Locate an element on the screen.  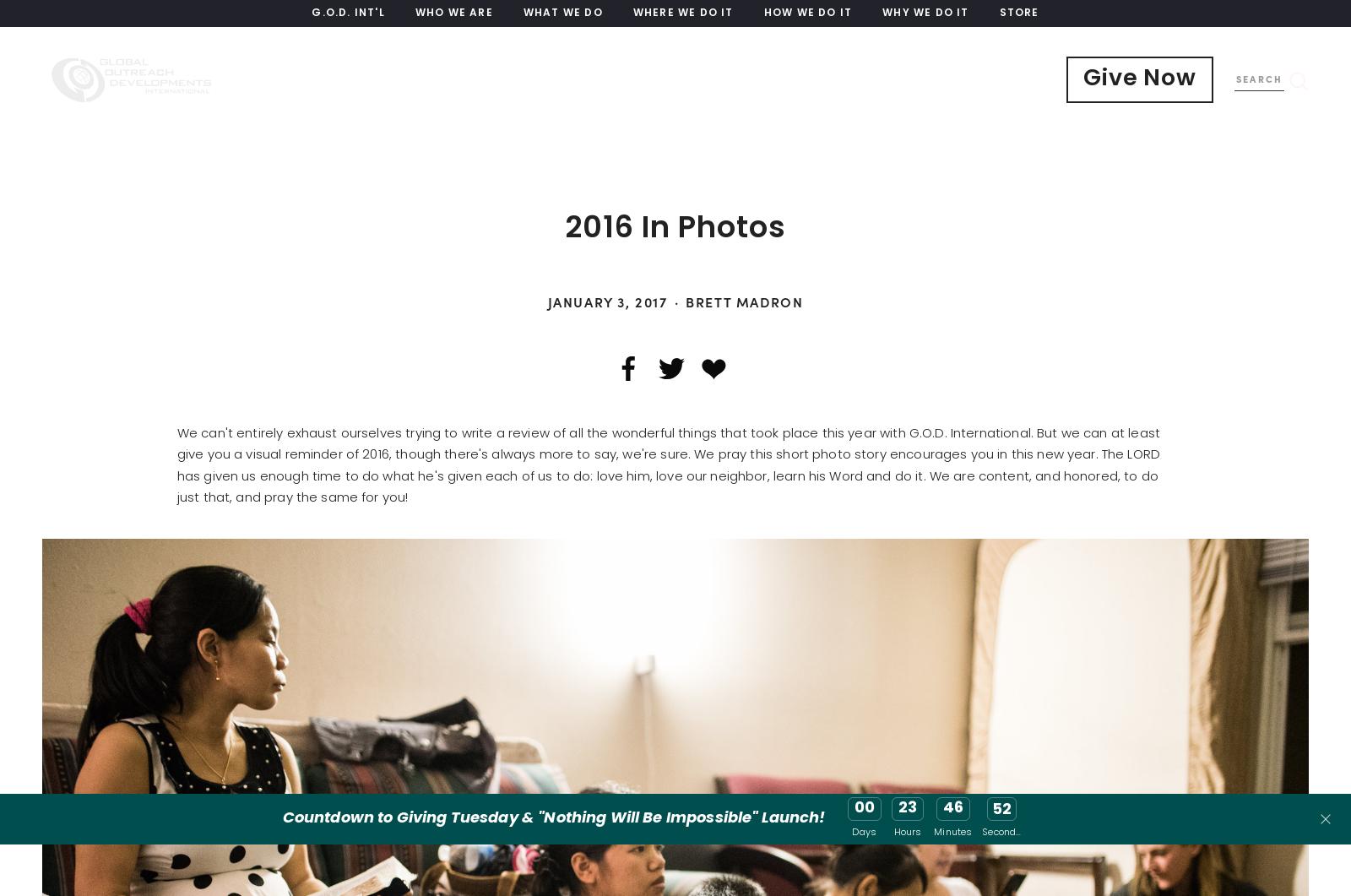
'What We Do' is located at coordinates (562, 14).